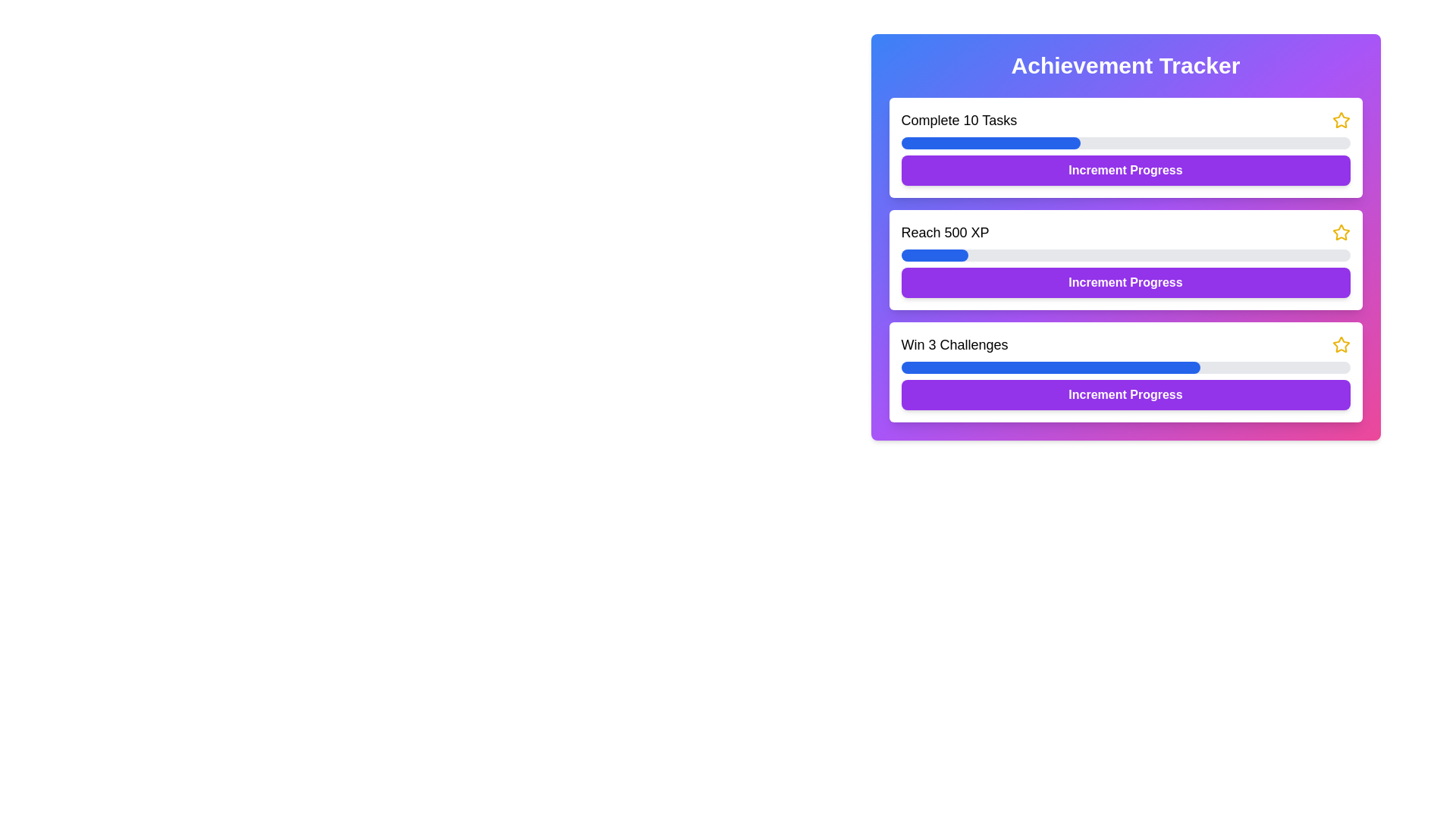  What do you see at coordinates (1125, 394) in the screenshot?
I see `the button located beneath the progress bar in the Achievement Tracker panel for the task labeled 'Win 3 Challenges'` at bounding box center [1125, 394].